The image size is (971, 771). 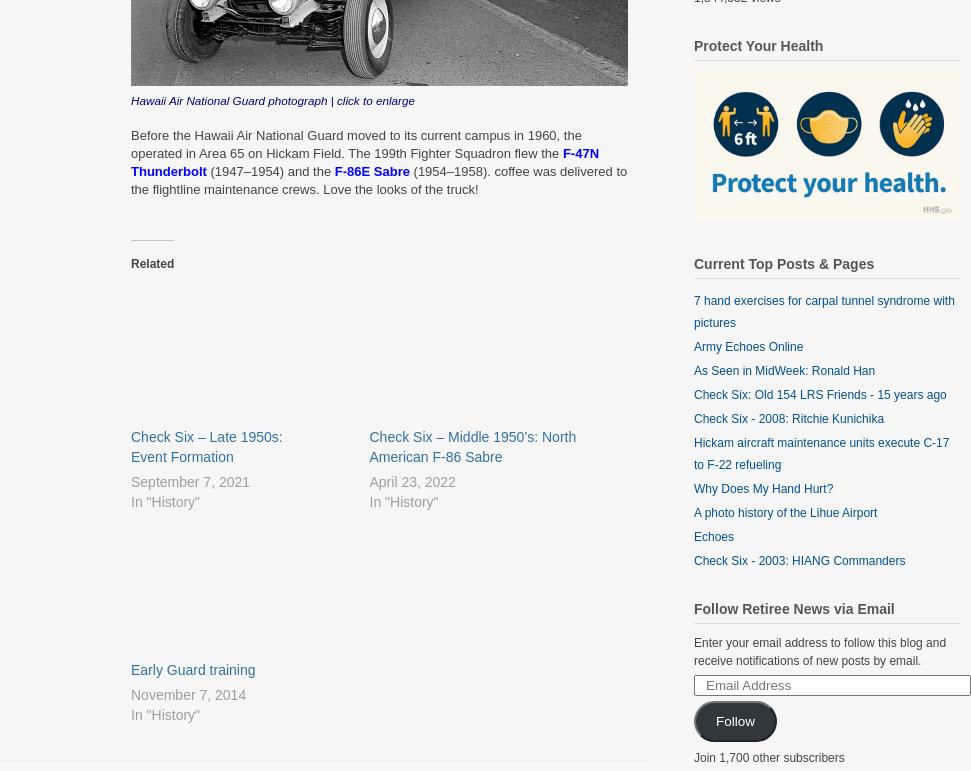 I want to click on 'Follow Retiree News via Email', so click(x=693, y=608).